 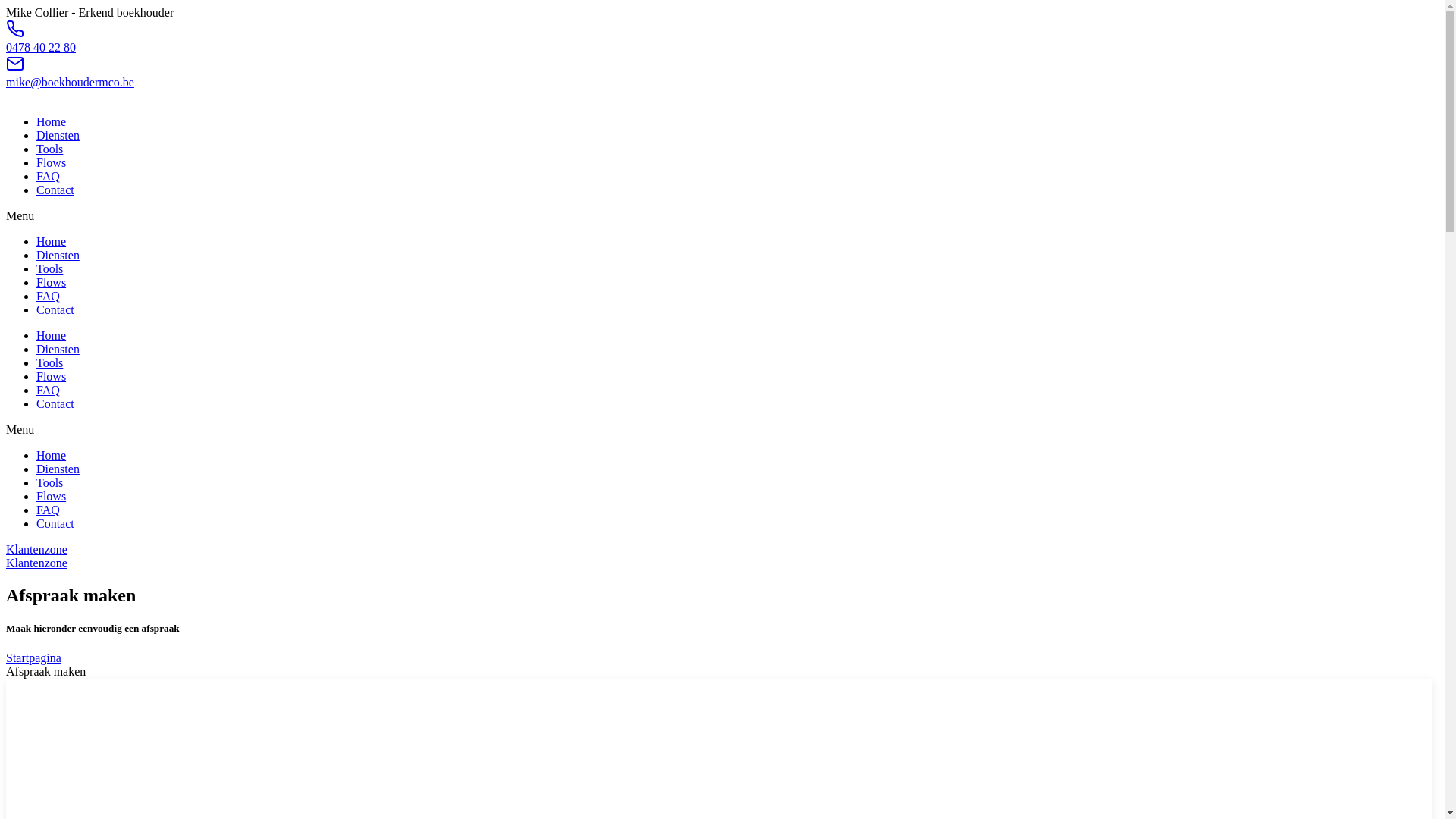 I want to click on 'Klantenzone', so click(x=36, y=549).